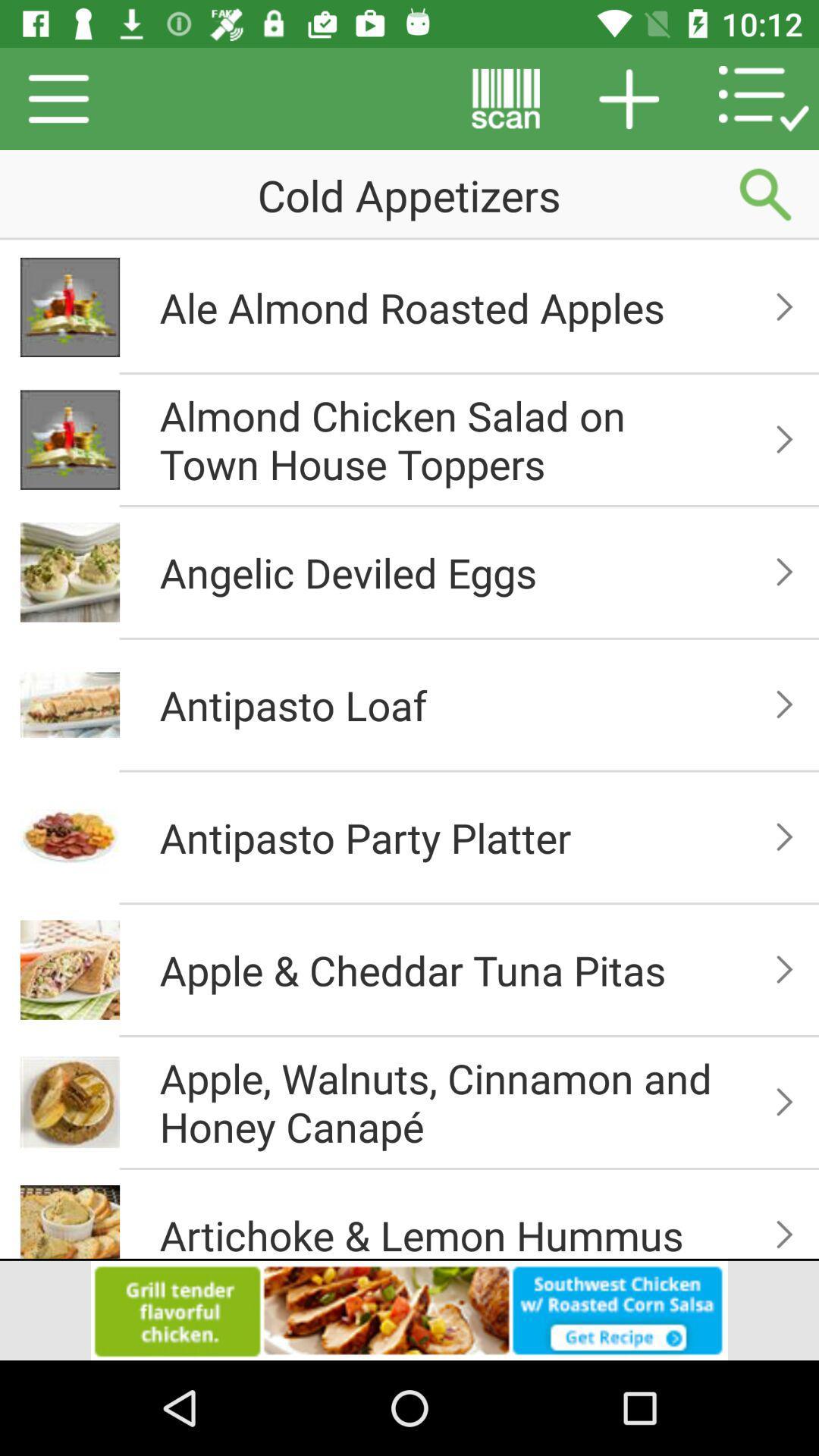  Describe the element at coordinates (764, 98) in the screenshot. I see `the list icon` at that location.